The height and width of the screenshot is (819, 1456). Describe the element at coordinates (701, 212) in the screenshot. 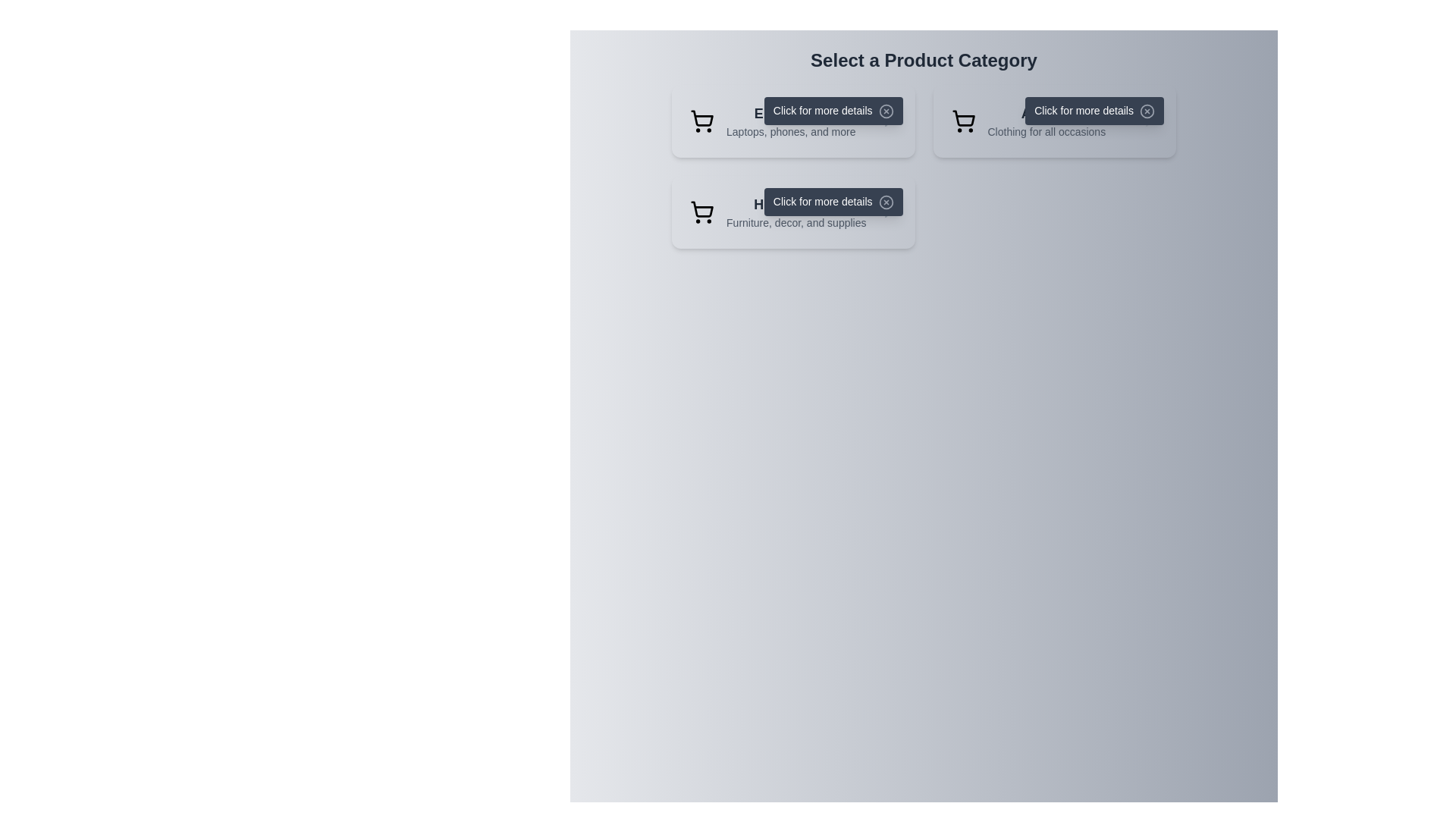

I see `the shopping cart icon that represents the 'Home Goods' section, located to the left of the 'Home Goods' text in the card layout for the 'Furniture, decor, and supplies' category` at that location.